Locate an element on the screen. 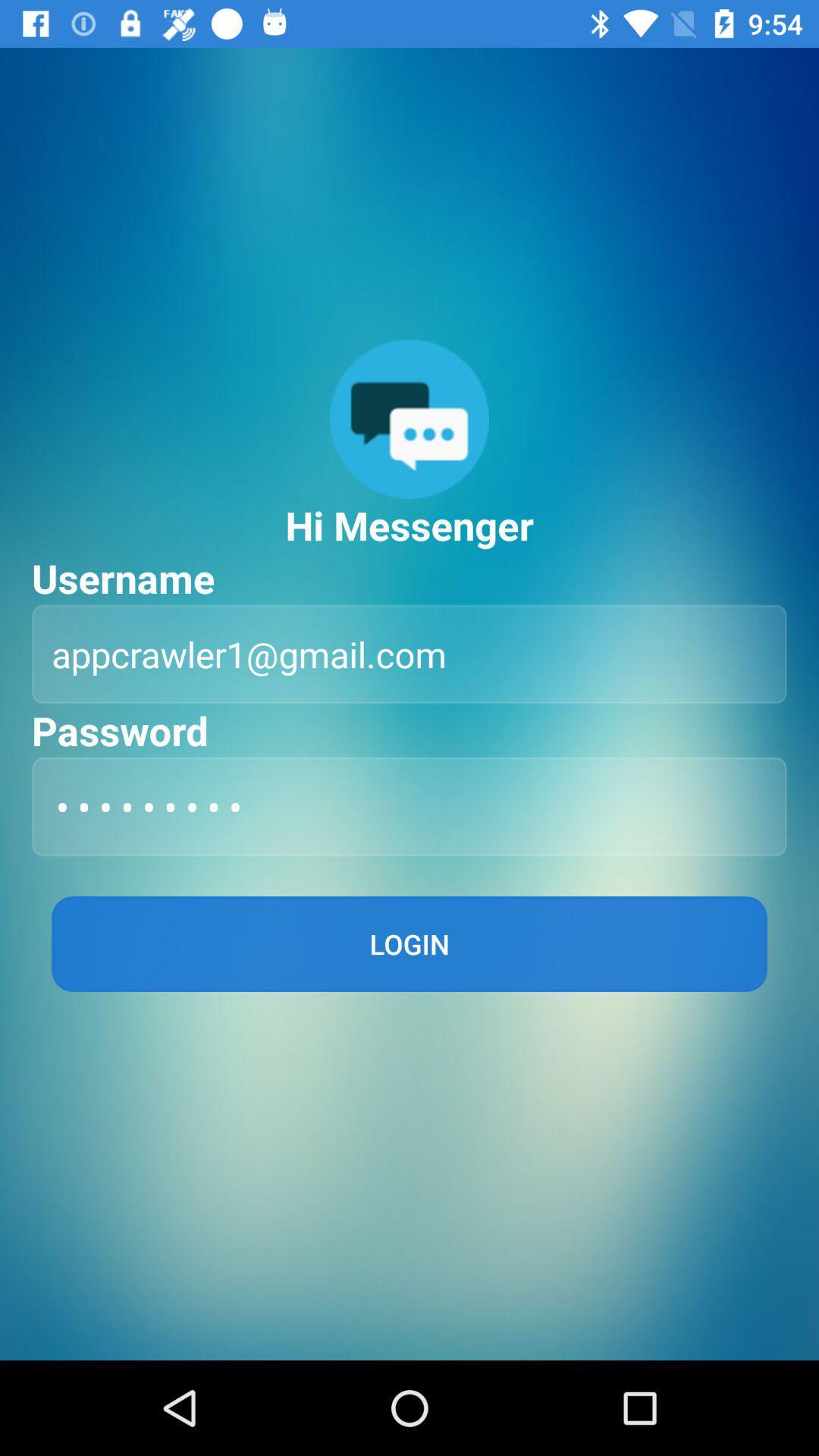 This screenshot has height=1456, width=819. crowd3116 is located at coordinates (409, 805).